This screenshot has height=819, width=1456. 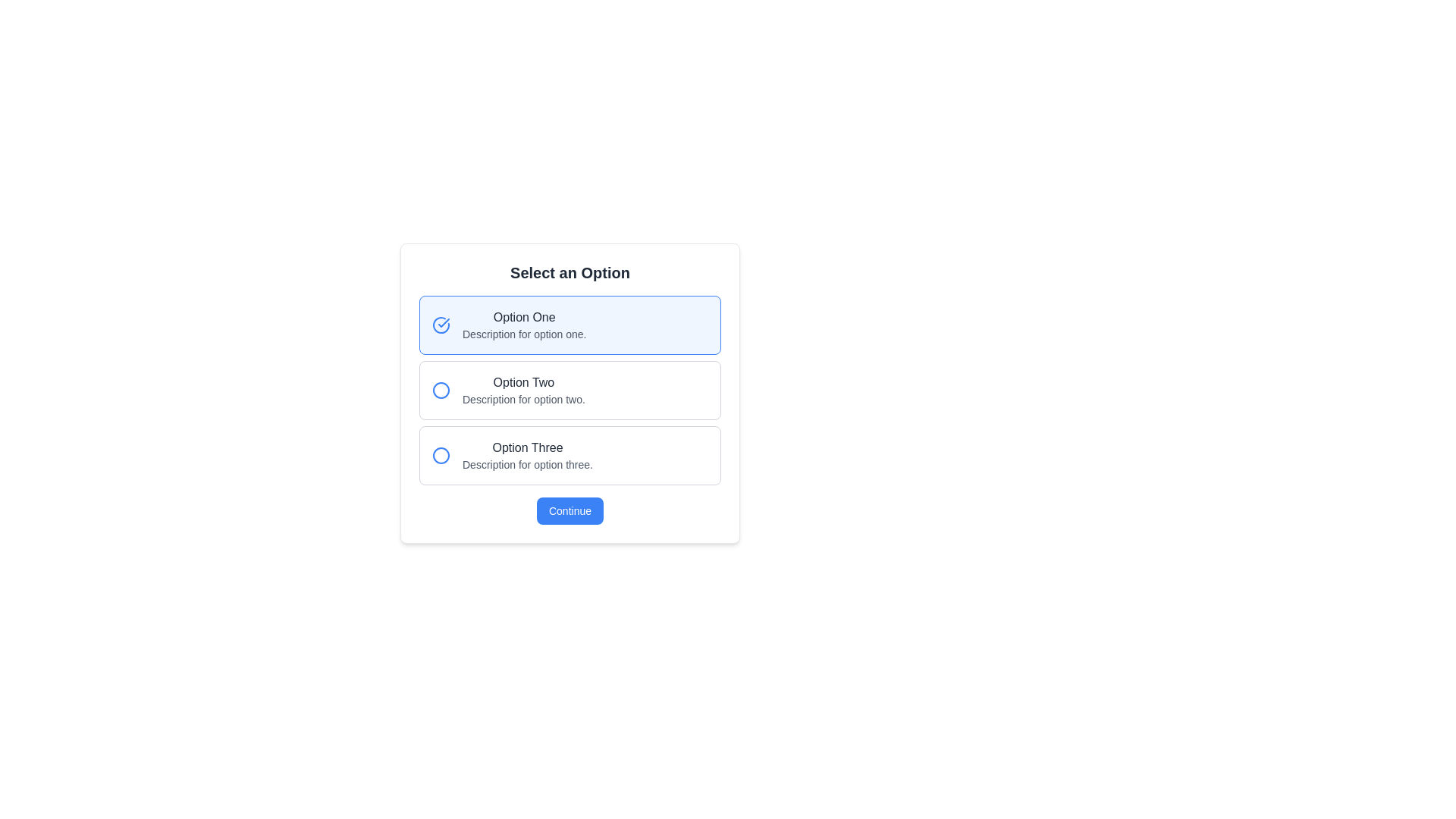 What do you see at coordinates (440, 455) in the screenshot?
I see `the SVG circle graphic with a blue stroke that serves as a visual indicator for 'Option Two'` at bounding box center [440, 455].